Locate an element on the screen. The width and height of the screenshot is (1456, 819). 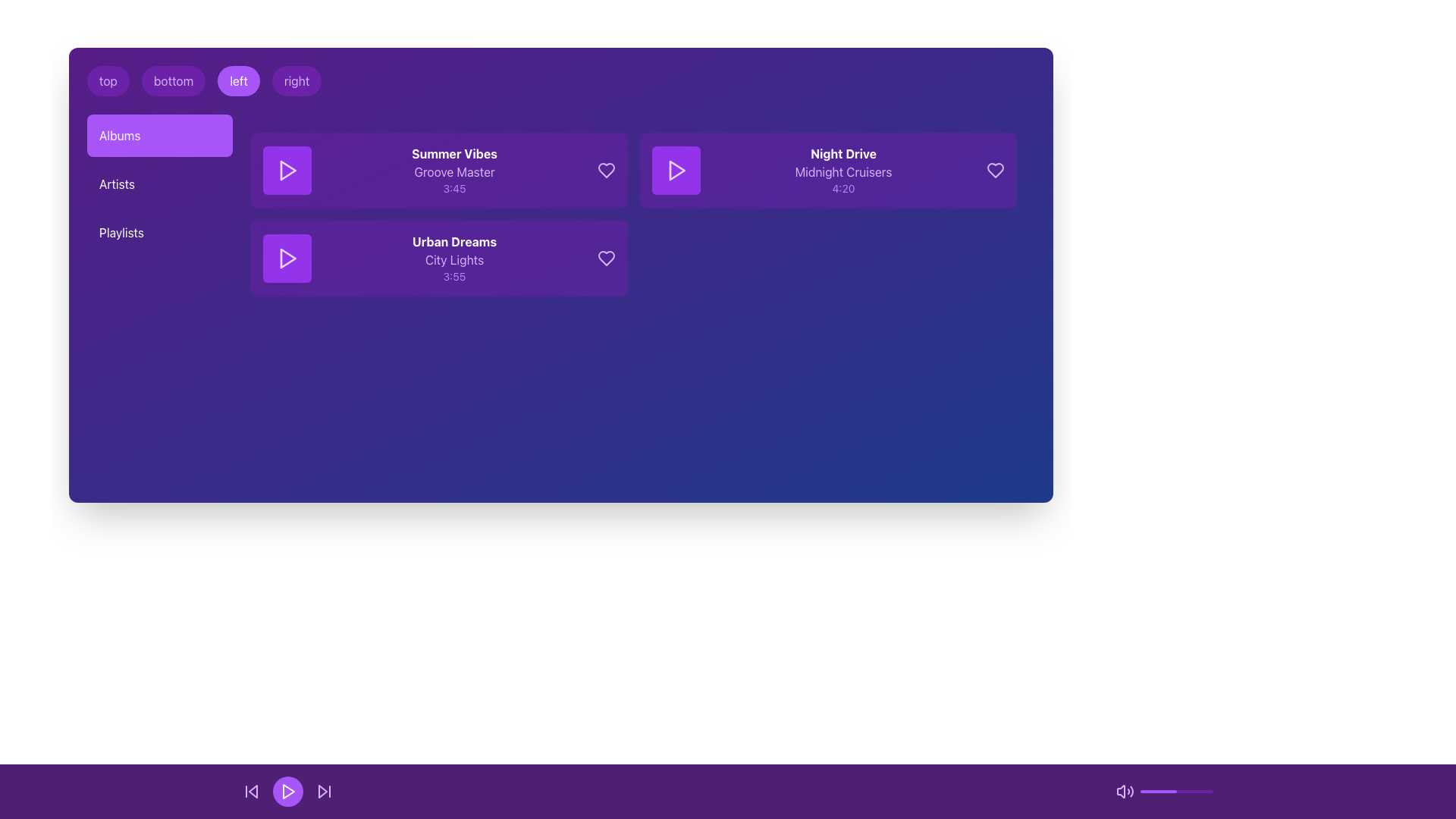
the play button located to the left of the 'Summer Vibes' playlist item to play the associated playlist is located at coordinates (287, 170).